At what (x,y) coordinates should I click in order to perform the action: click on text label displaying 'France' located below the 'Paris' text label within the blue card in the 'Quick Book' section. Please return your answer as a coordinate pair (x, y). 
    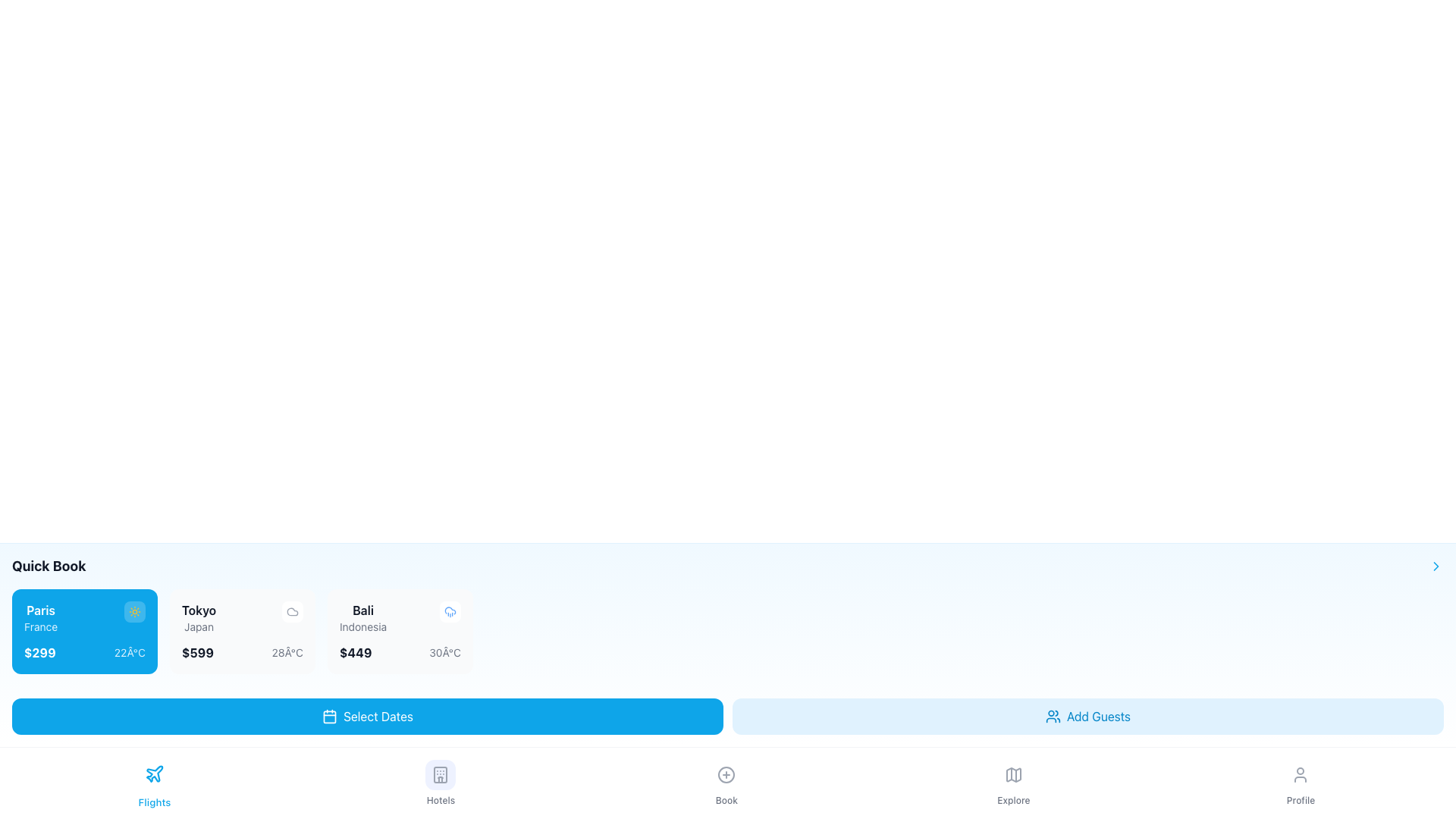
    Looking at the image, I should click on (41, 626).